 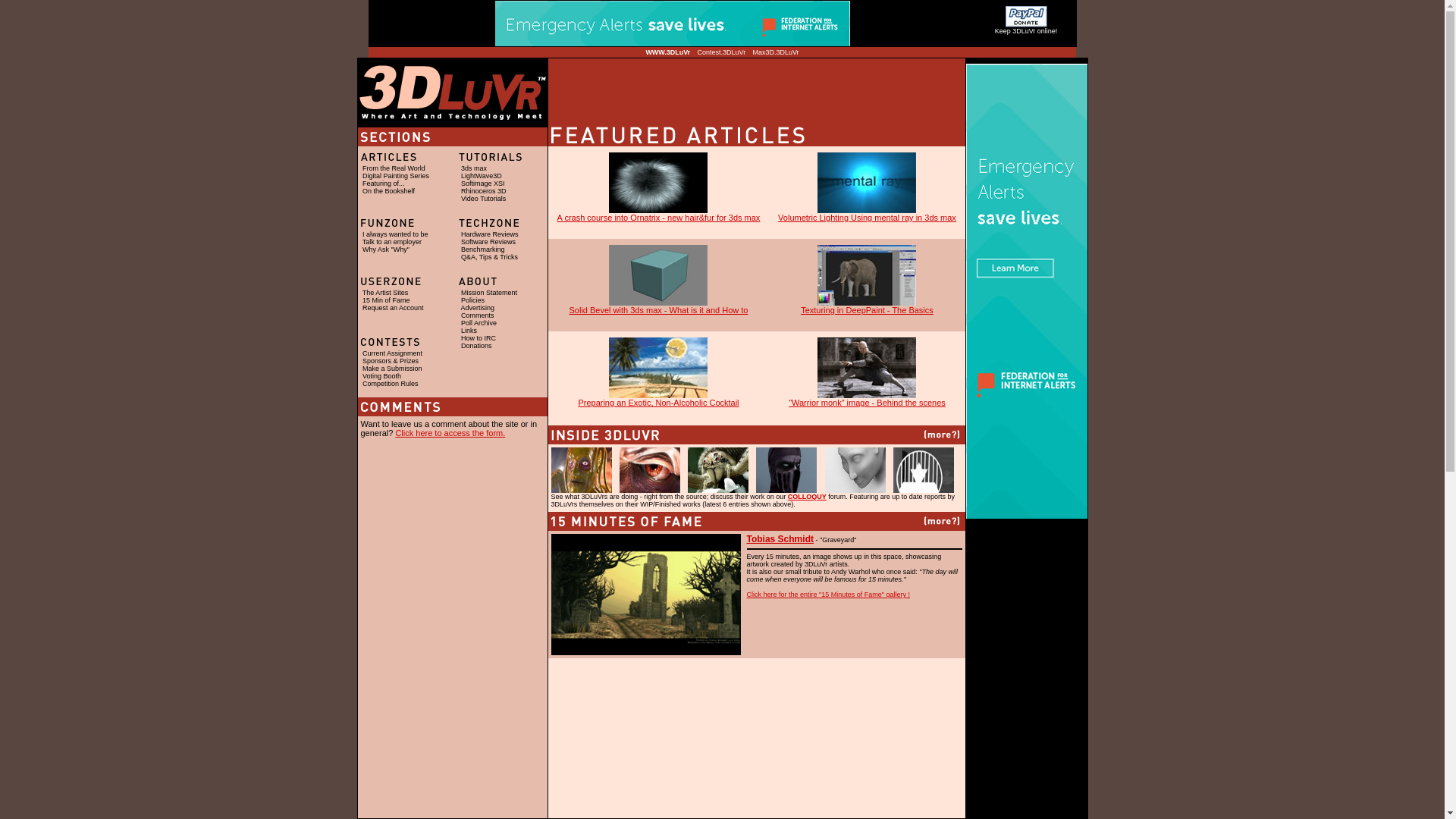 What do you see at coordinates (394, 168) in the screenshot?
I see `'From the Real World'` at bounding box center [394, 168].